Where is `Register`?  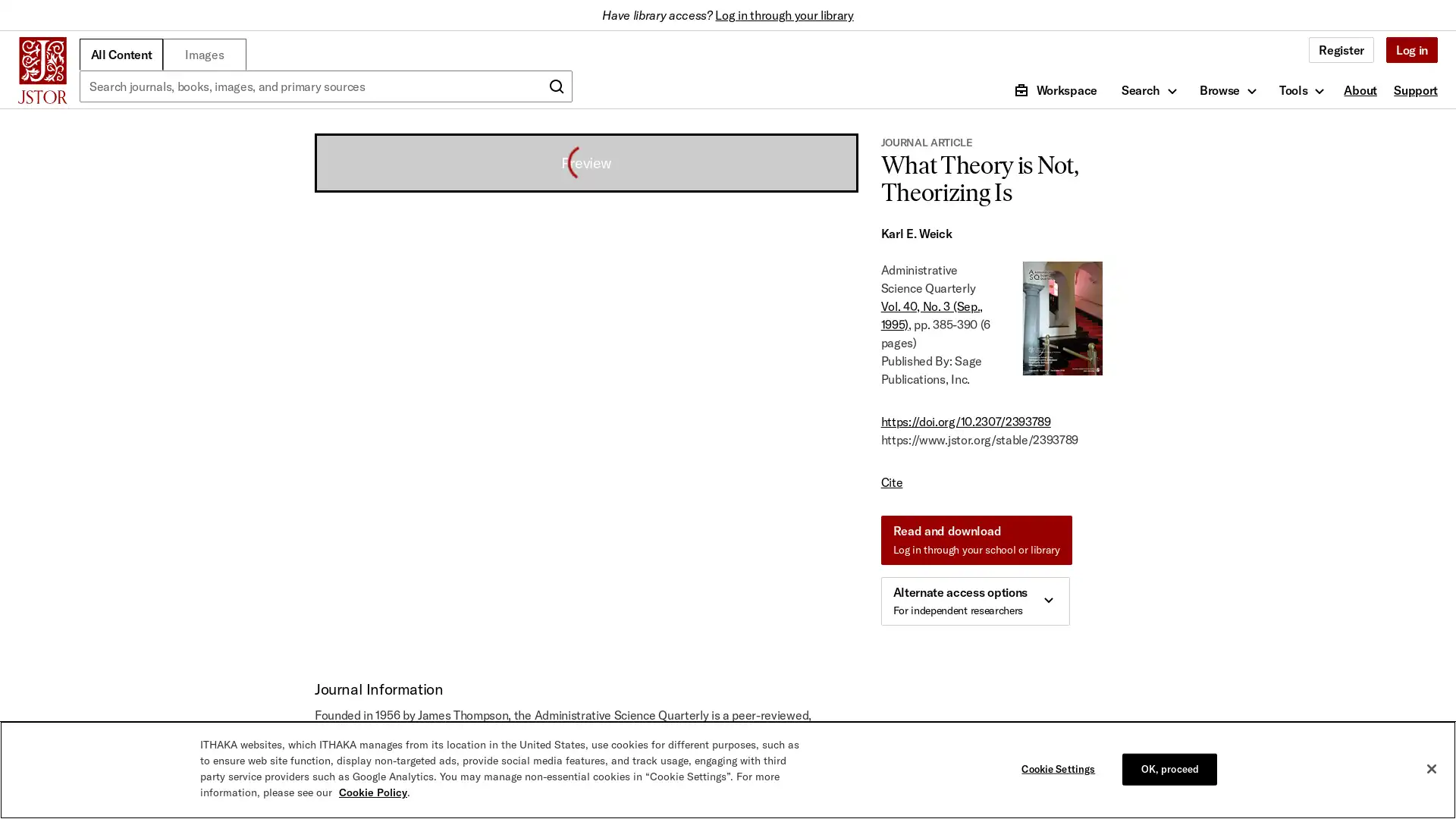
Register is located at coordinates (1341, 49).